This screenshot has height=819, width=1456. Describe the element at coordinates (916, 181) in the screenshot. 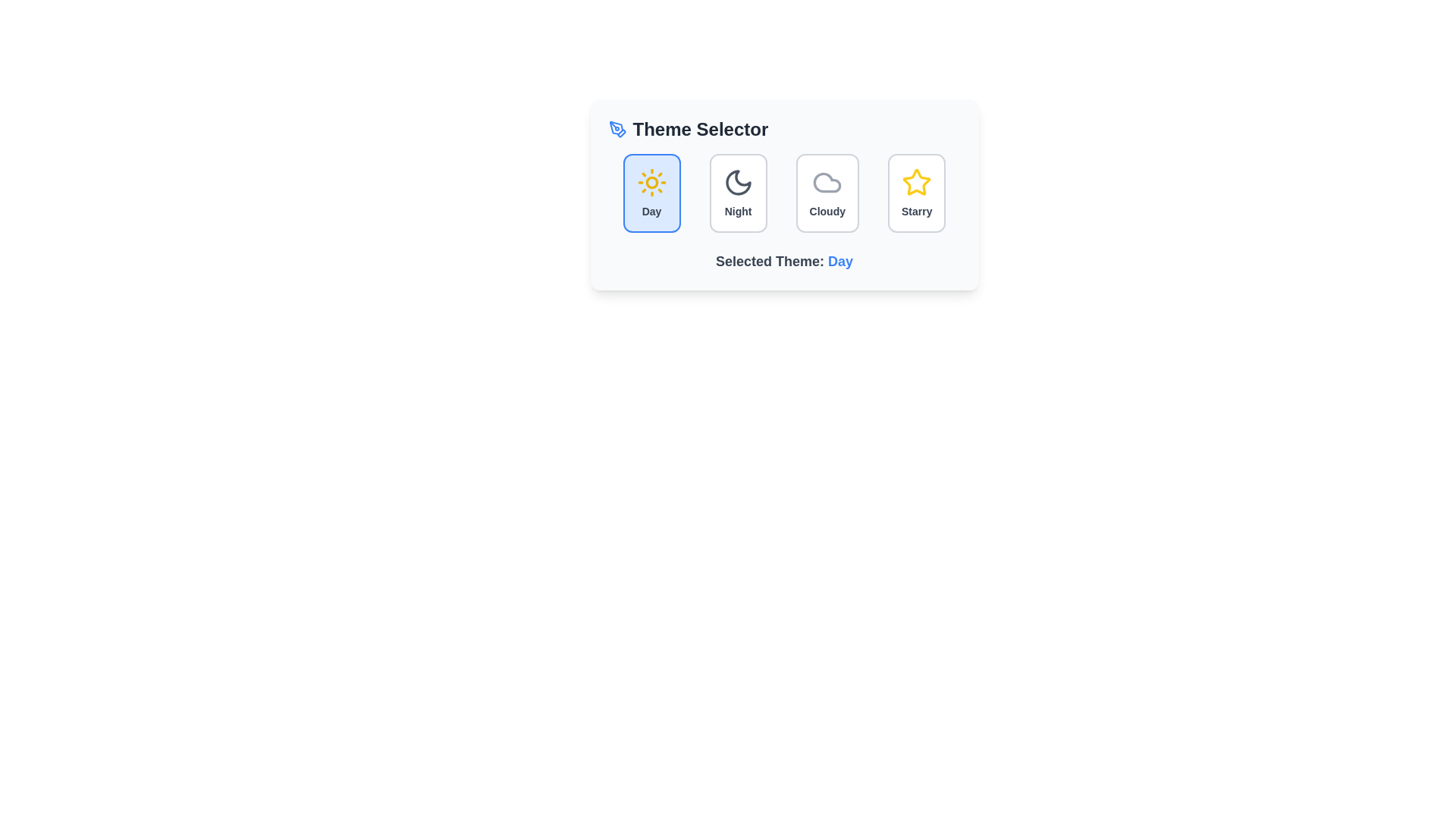

I see `the prominent five-point star icon with a bold yellow stroke` at that location.